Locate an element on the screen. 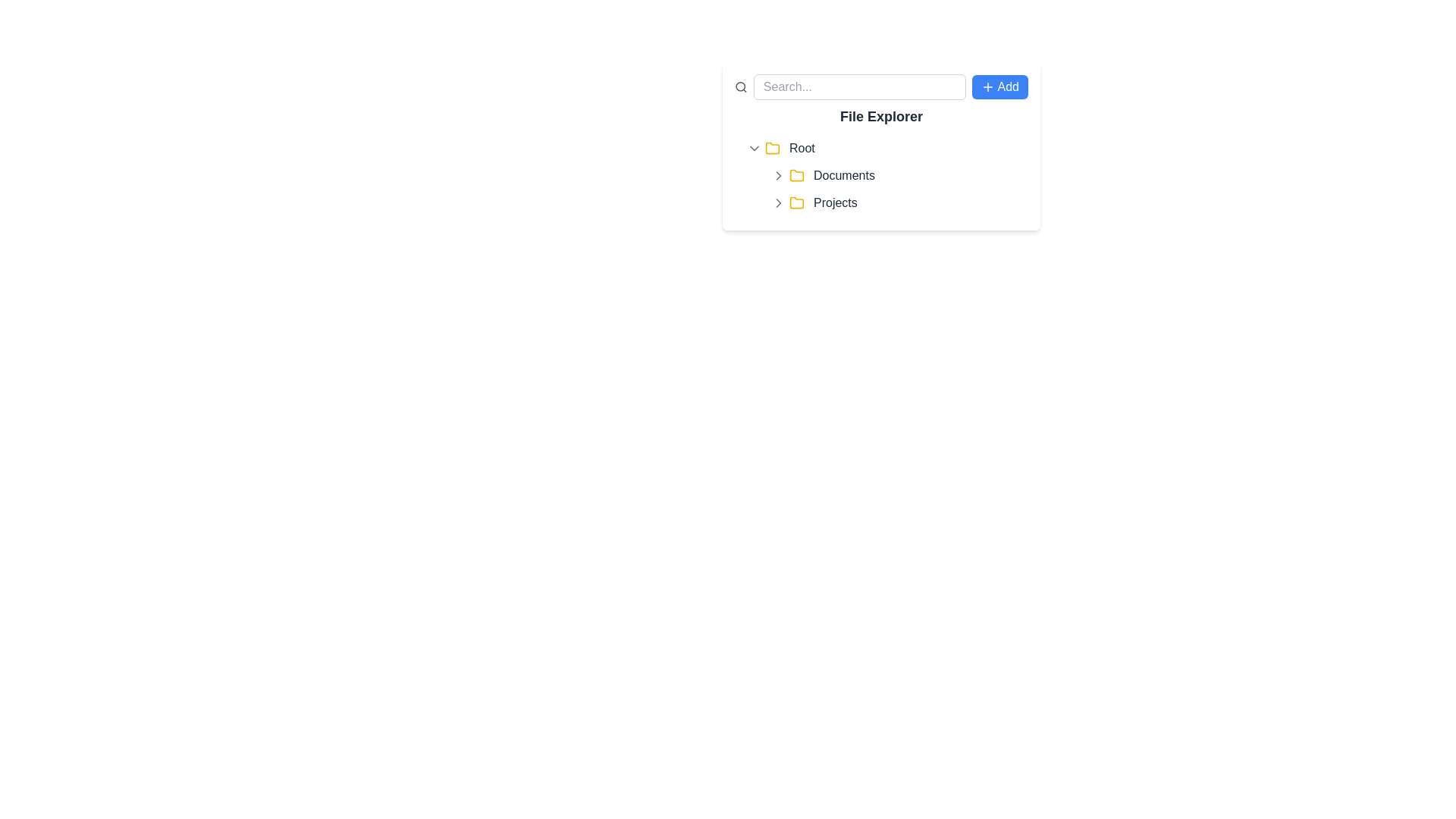 The width and height of the screenshot is (1456, 819). the 'Projects' label located under the 'Documents' folder in the file explorer is located at coordinates (834, 202).